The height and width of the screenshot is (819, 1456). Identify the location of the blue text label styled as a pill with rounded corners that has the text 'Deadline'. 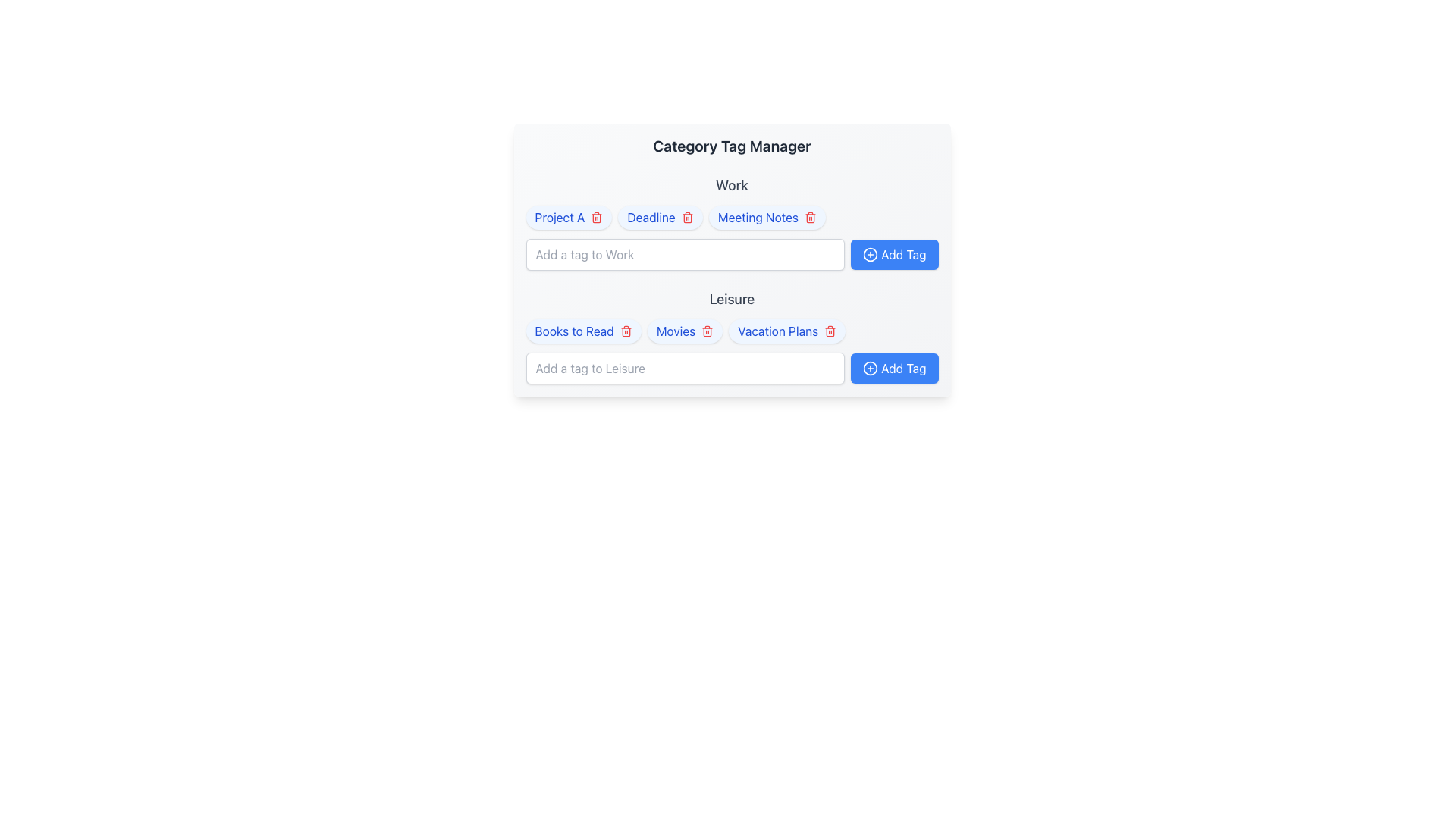
(661, 217).